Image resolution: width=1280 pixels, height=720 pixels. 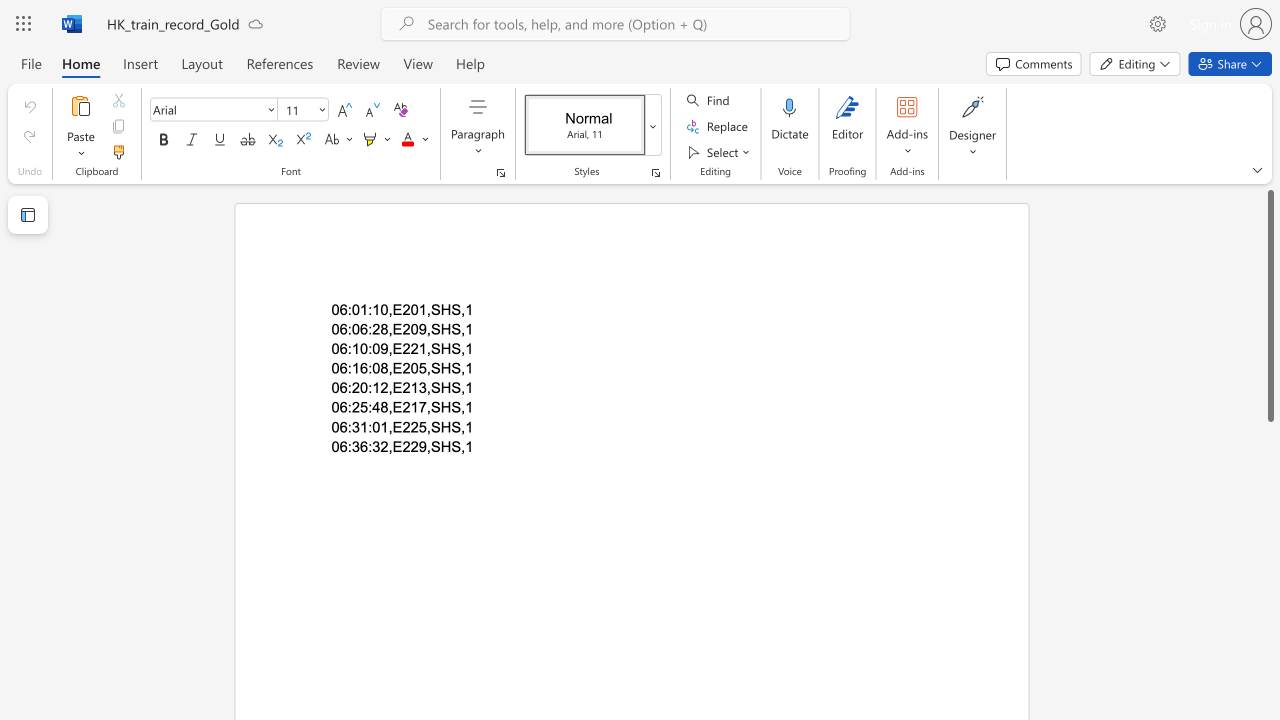 I want to click on the scrollbar on the right side to scroll the page down, so click(x=1269, y=688).